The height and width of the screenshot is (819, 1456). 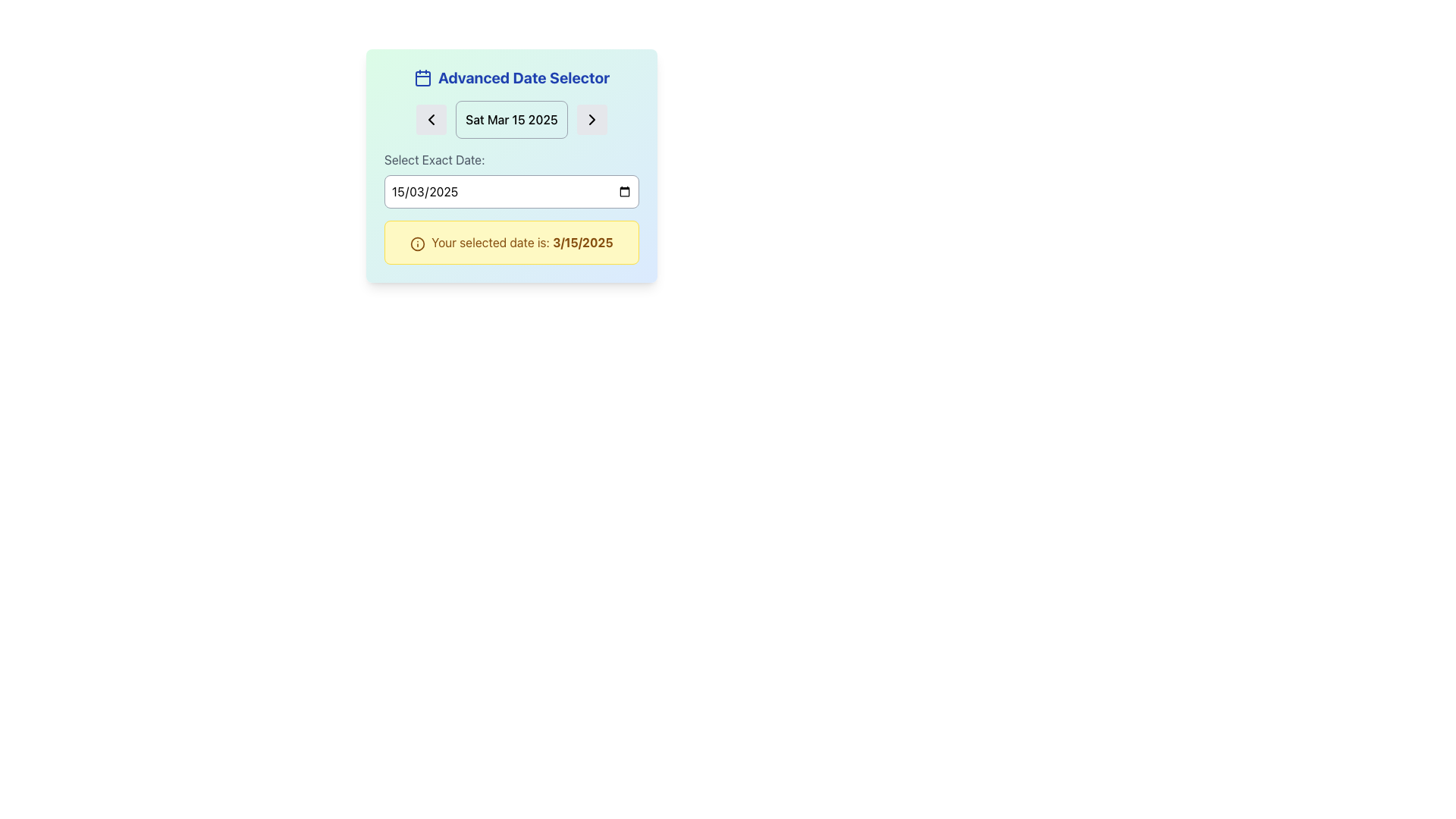 What do you see at coordinates (582, 242) in the screenshot?
I see `date displayed in the bold brown text '3/15/2025' located in the yellow-highlighted notification box` at bounding box center [582, 242].